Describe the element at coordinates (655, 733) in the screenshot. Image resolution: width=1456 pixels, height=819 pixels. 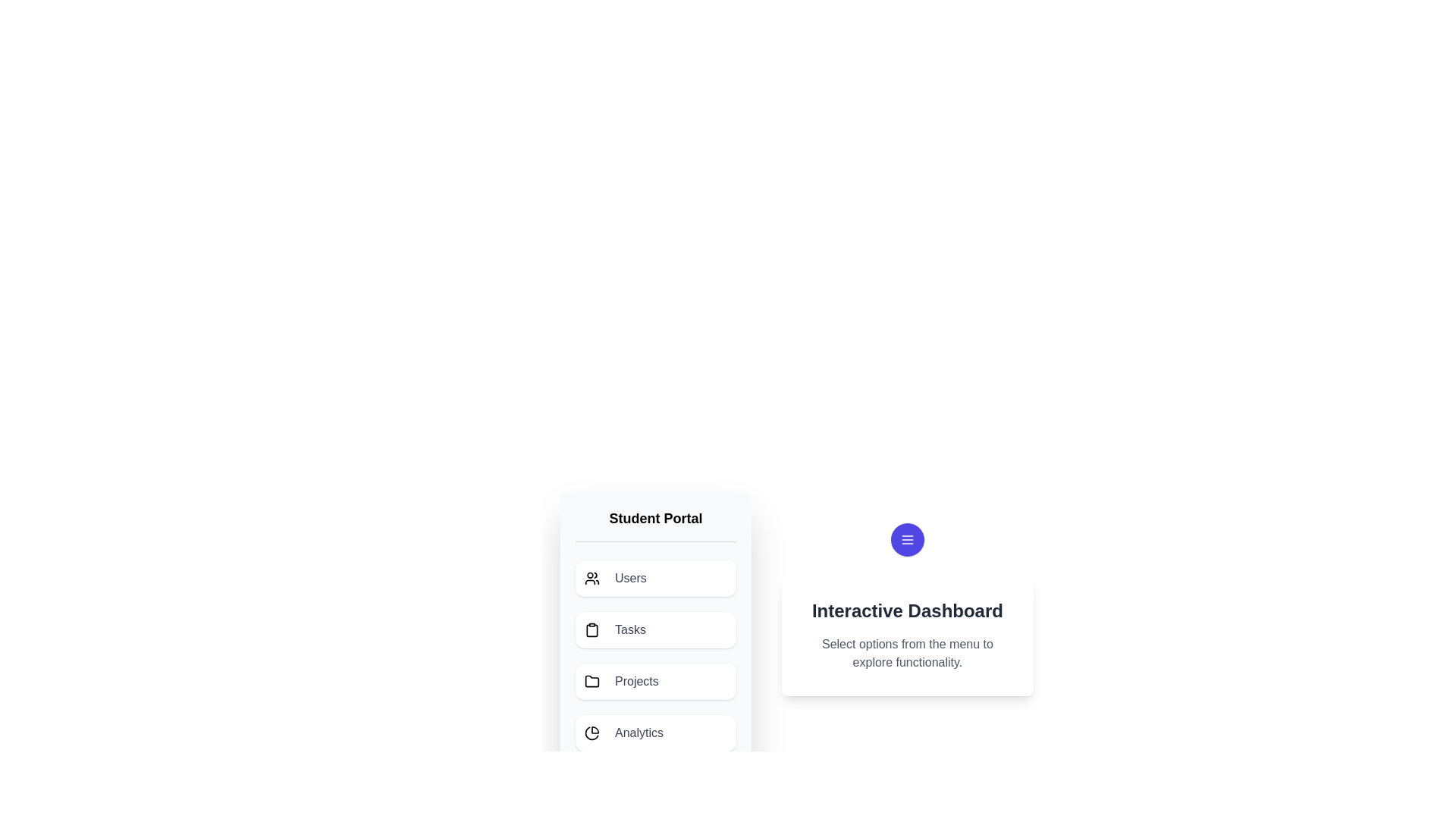
I see `the menu item Analytics from the list` at that location.